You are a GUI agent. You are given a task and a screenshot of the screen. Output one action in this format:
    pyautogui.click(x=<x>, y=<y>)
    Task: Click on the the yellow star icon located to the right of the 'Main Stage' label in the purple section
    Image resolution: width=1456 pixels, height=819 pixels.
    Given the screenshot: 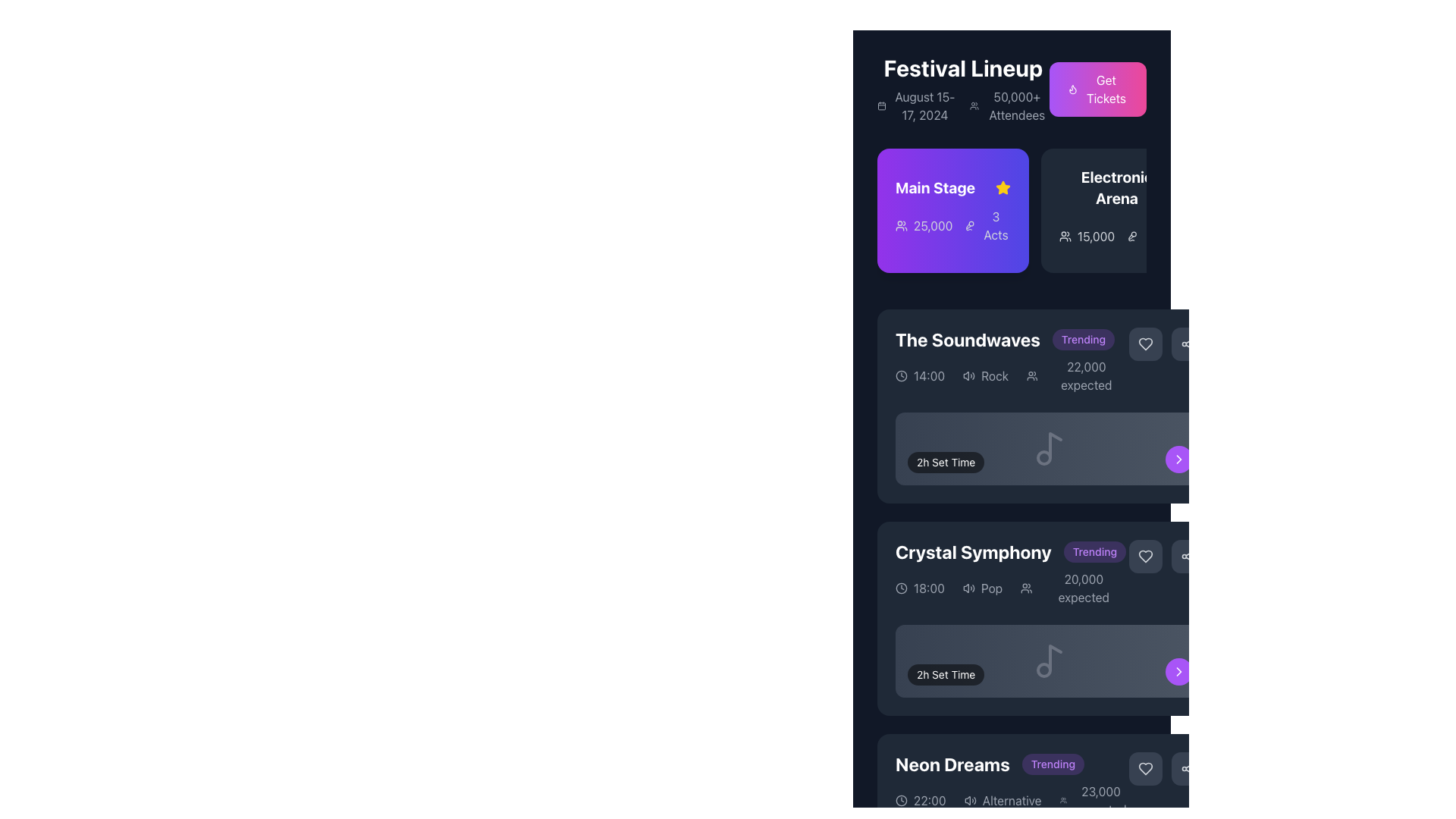 What is the action you would take?
    pyautogui.click(x=1003, y=187)
    